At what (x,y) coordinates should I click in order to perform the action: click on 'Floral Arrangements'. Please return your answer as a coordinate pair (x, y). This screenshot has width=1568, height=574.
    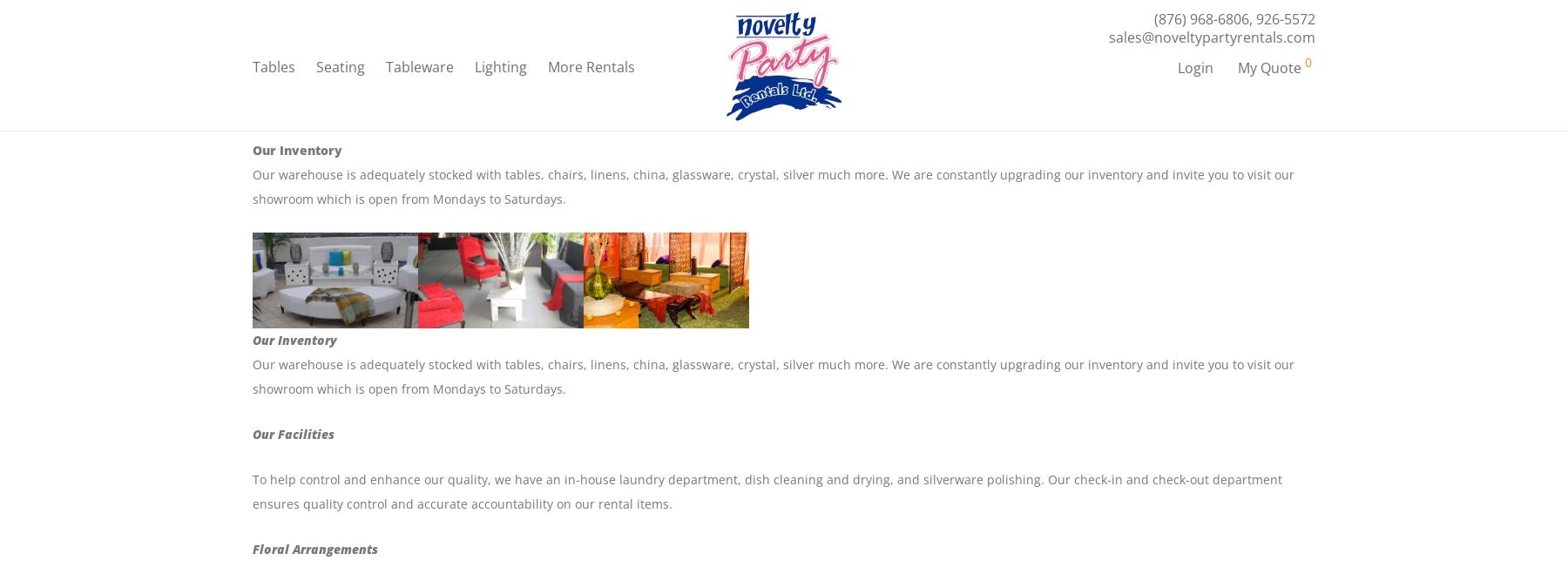
    Looking at the image, I should click on (314, 549).